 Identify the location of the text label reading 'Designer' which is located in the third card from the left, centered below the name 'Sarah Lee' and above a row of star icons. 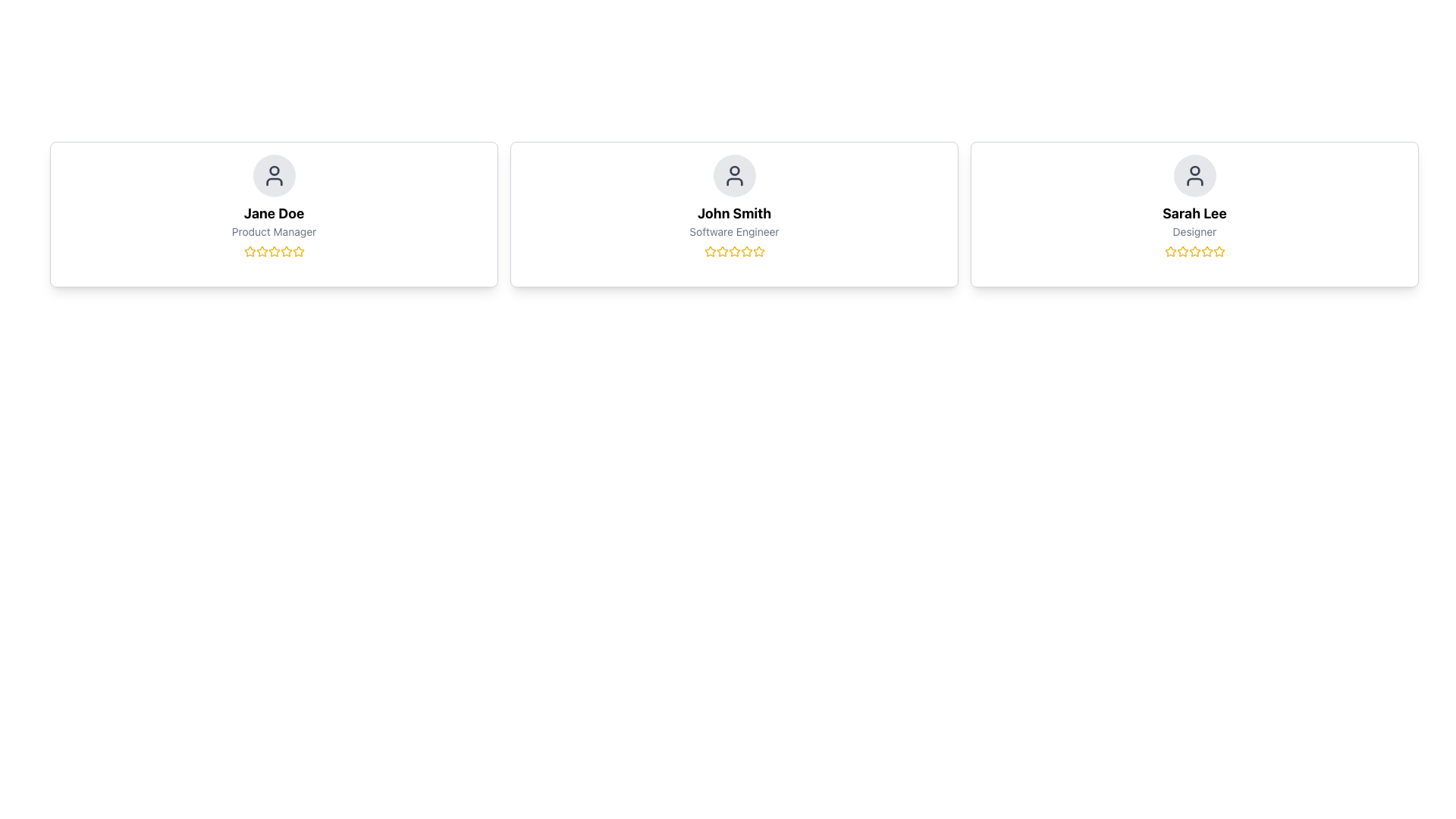
(1194, 231).